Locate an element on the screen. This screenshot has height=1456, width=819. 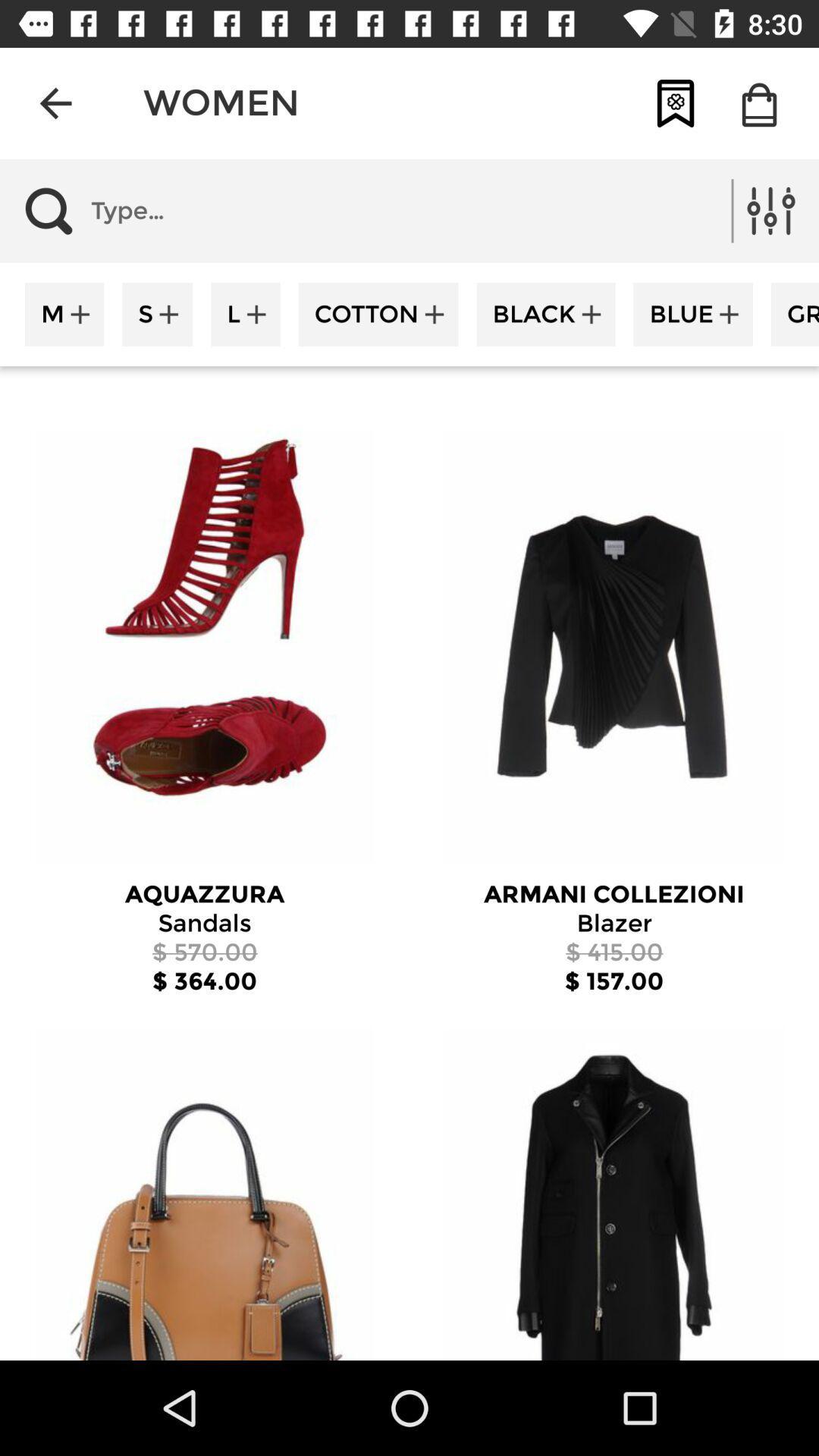
the icon to the right of the women is located at coordinates (675, 102).